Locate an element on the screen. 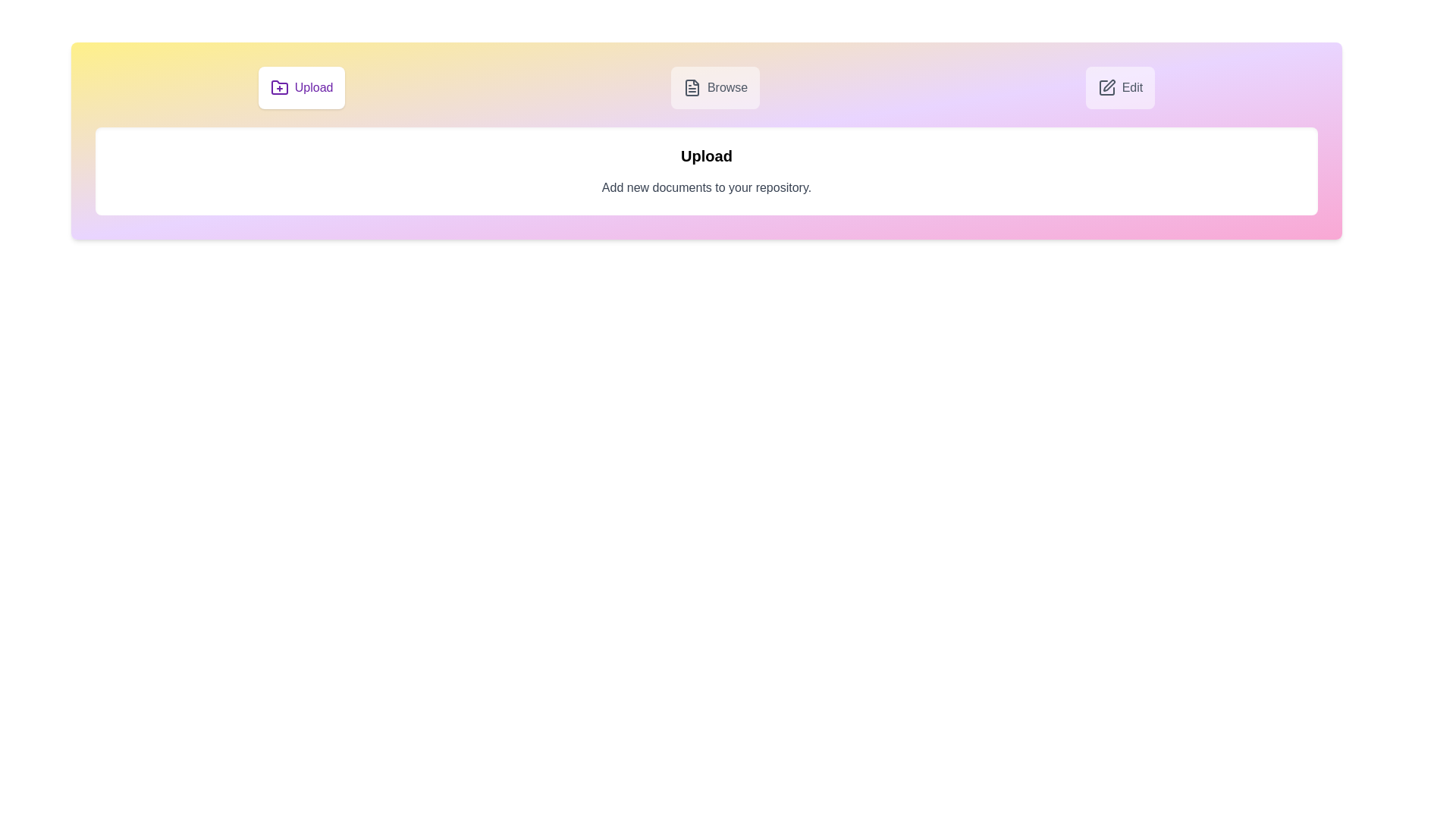 This screenshot has height=819, width=1456. the Edit tab by clicking on its button is located at coordinates (1120, 87).